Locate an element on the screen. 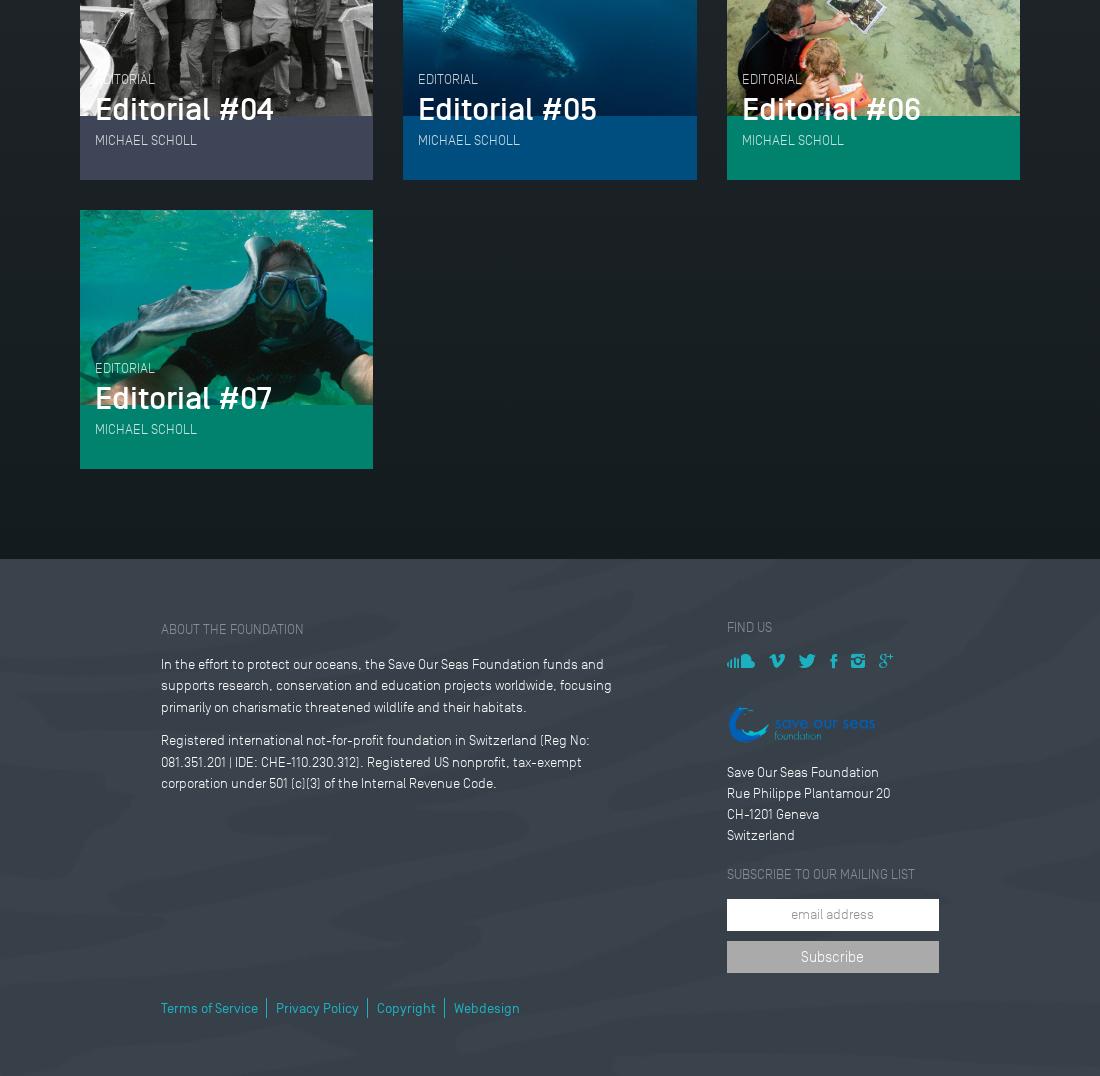 This screenshot has width=1100, height=1076. 'Rue Philippe Plantamour 20' is located at coordinates (807, 792).